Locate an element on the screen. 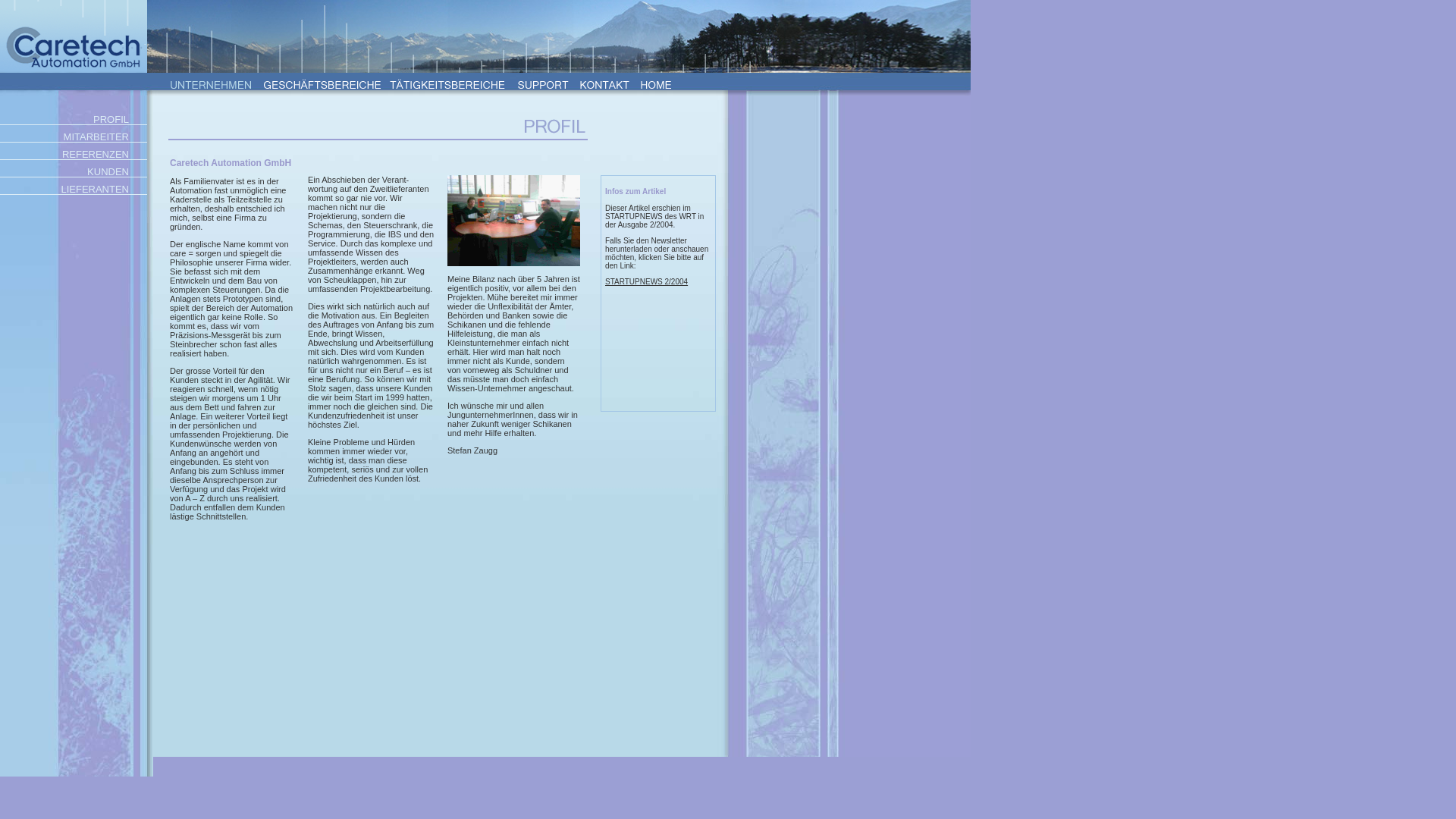  'REFERENZEN' is located at coordinates (72, 154).